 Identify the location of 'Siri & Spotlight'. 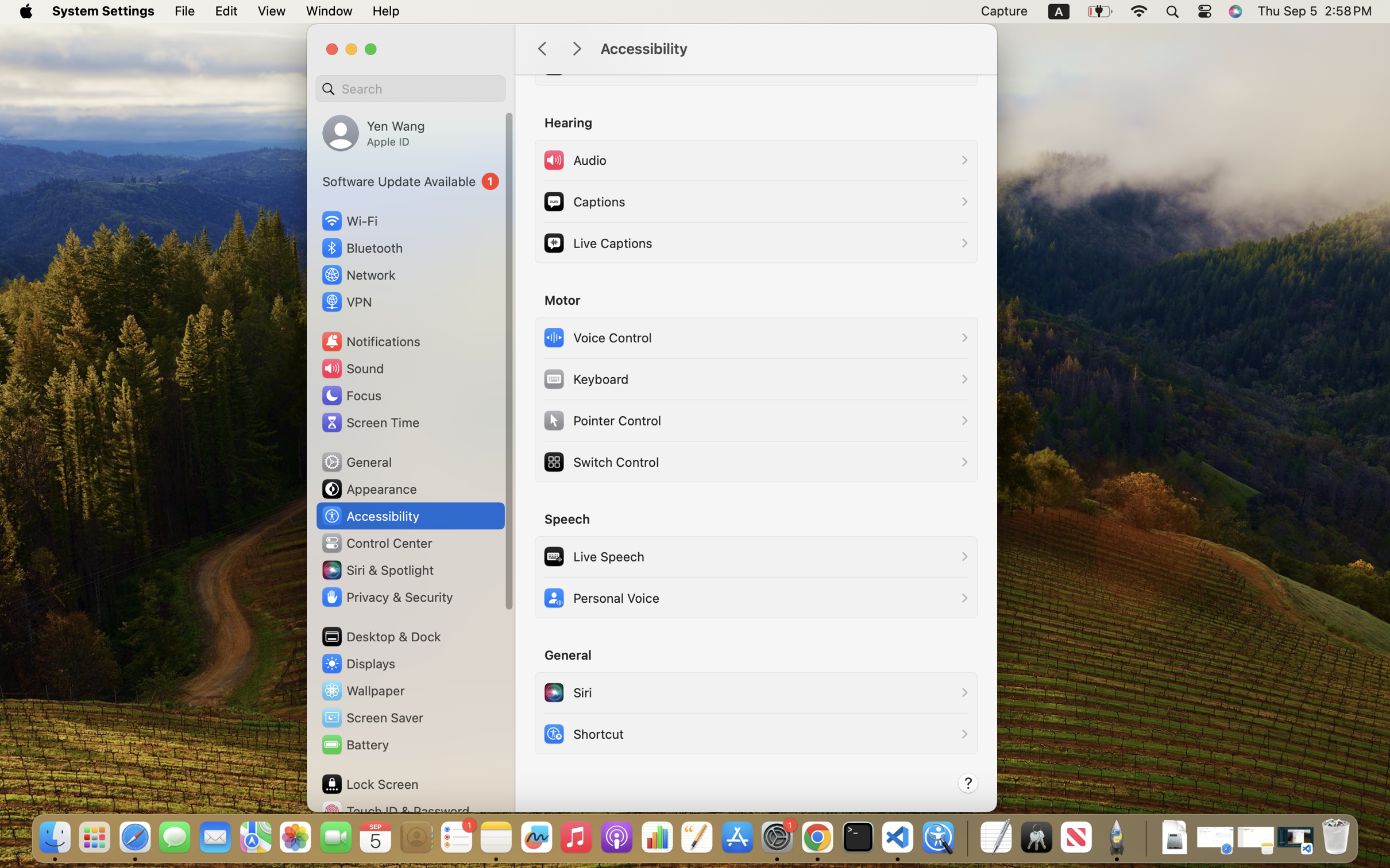
(376, 569).